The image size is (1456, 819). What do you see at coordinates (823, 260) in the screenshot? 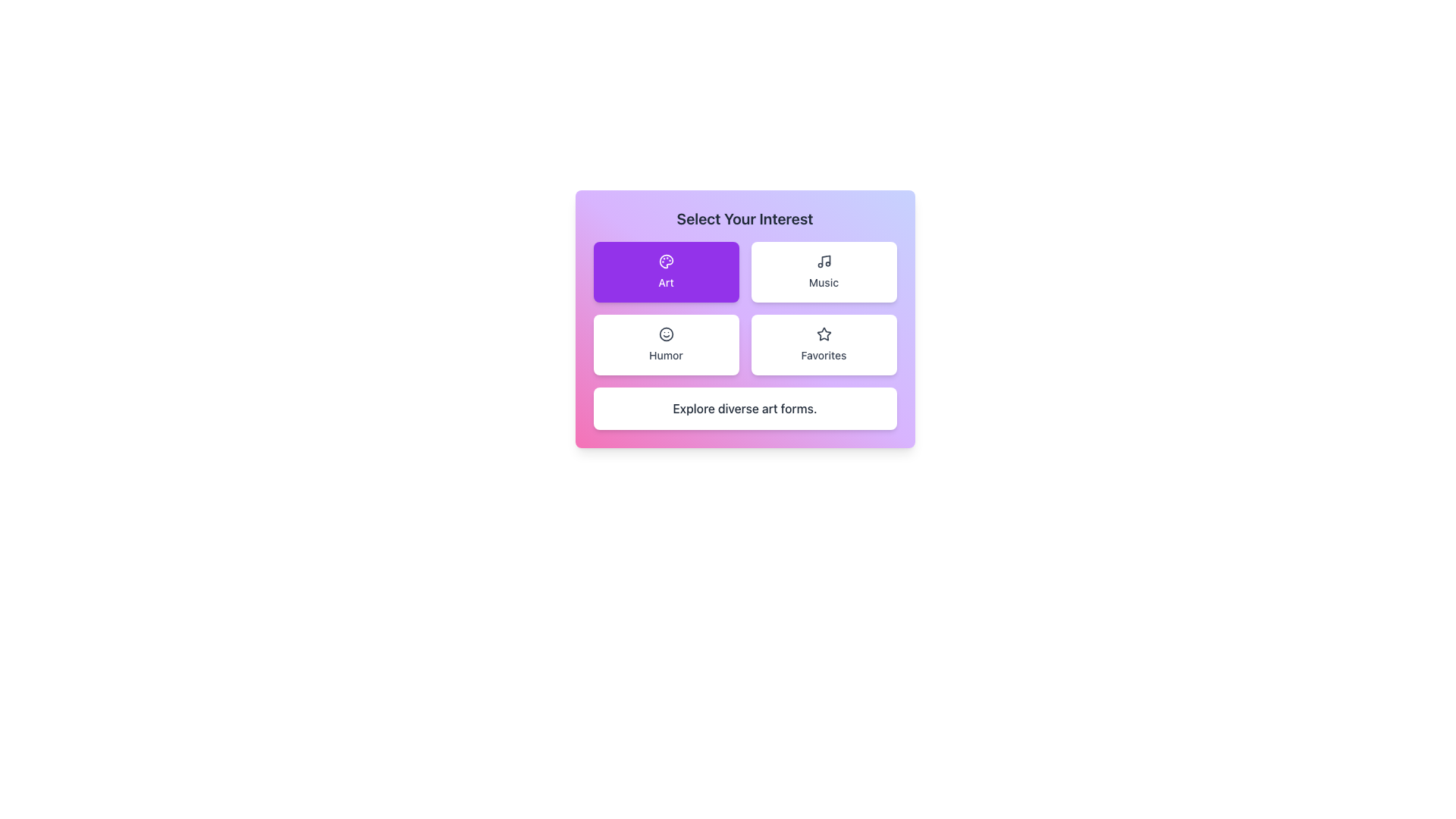
I see `the small, circular music note icon, which is located within the 'Music' button of the interest selection menu, visually styled in a dark color against a light background` at bounding box center [823, 260].